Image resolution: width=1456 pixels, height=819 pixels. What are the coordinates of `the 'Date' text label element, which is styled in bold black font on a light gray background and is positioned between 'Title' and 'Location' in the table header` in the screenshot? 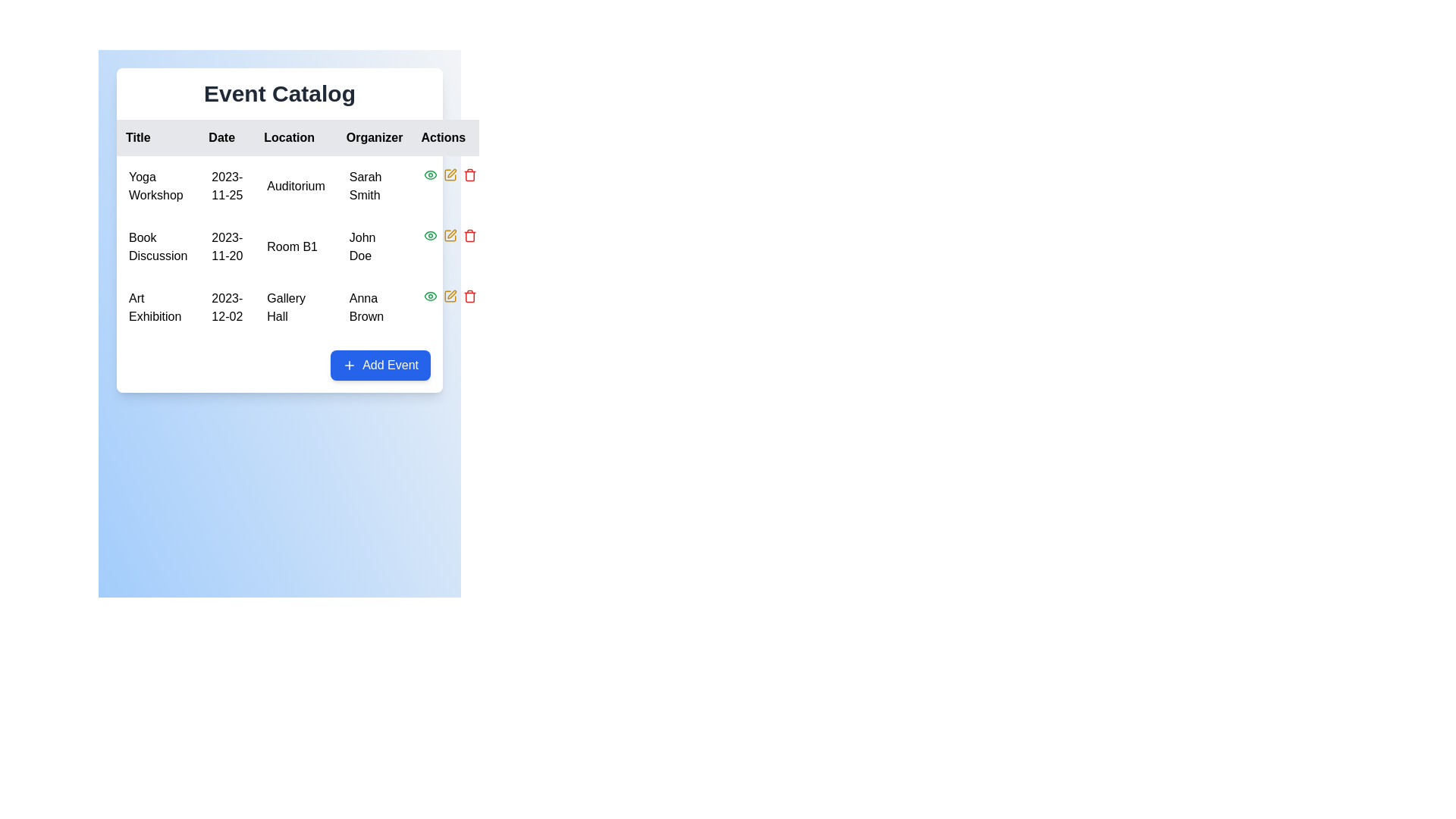 It's located at (226, 137).